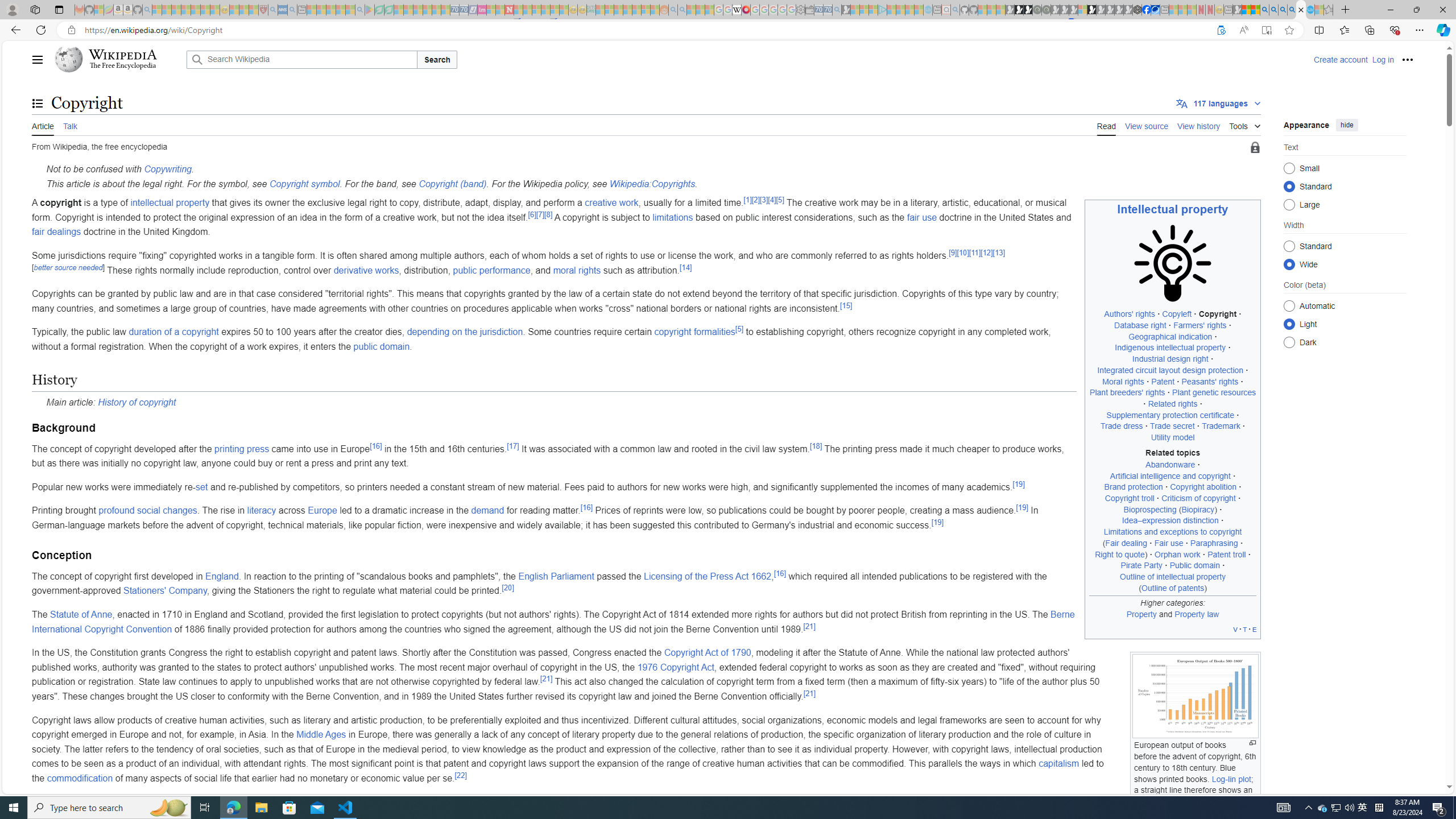  What do you see at coordinates (1173, 209) in the screenshot?
I see `'Intellectual property'` at bounding box center [1173, 209].